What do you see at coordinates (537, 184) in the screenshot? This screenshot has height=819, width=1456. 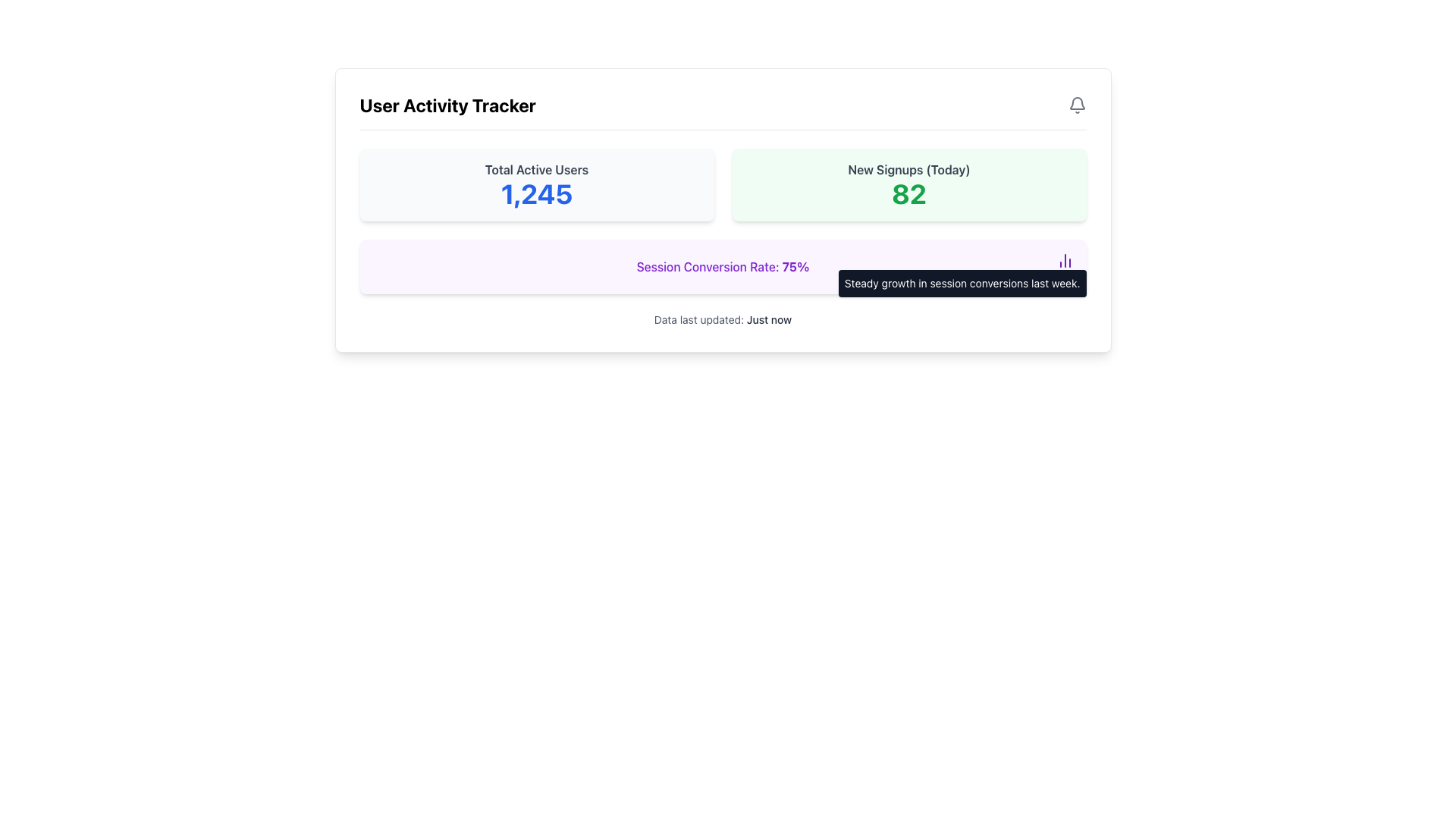 I see `the Informational Card that displays the total number of active users, located in the top-left segment of a grid layout` at bounding box center [537, 184].